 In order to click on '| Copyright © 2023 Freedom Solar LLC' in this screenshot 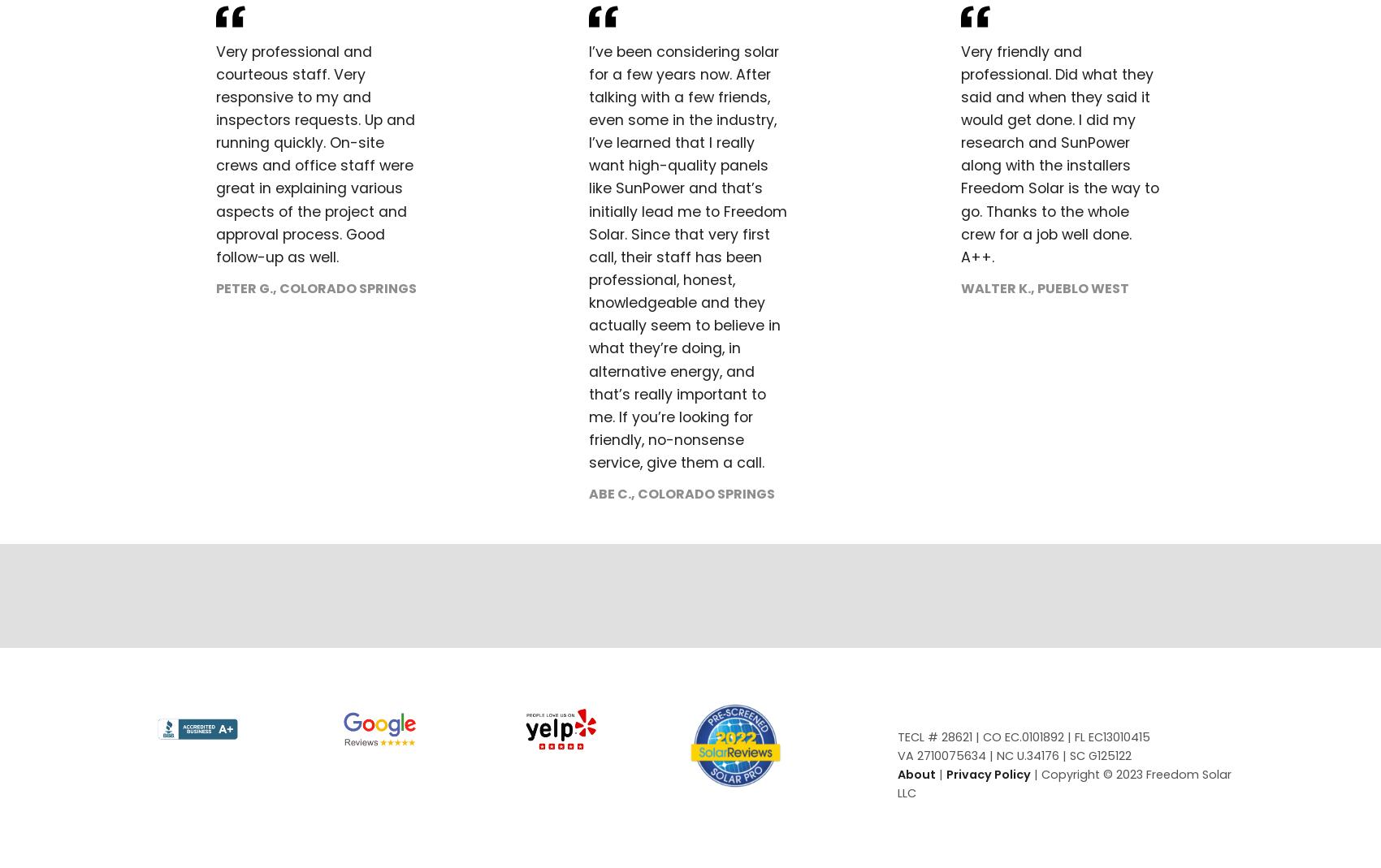, I will do `click(1063, 784)`.